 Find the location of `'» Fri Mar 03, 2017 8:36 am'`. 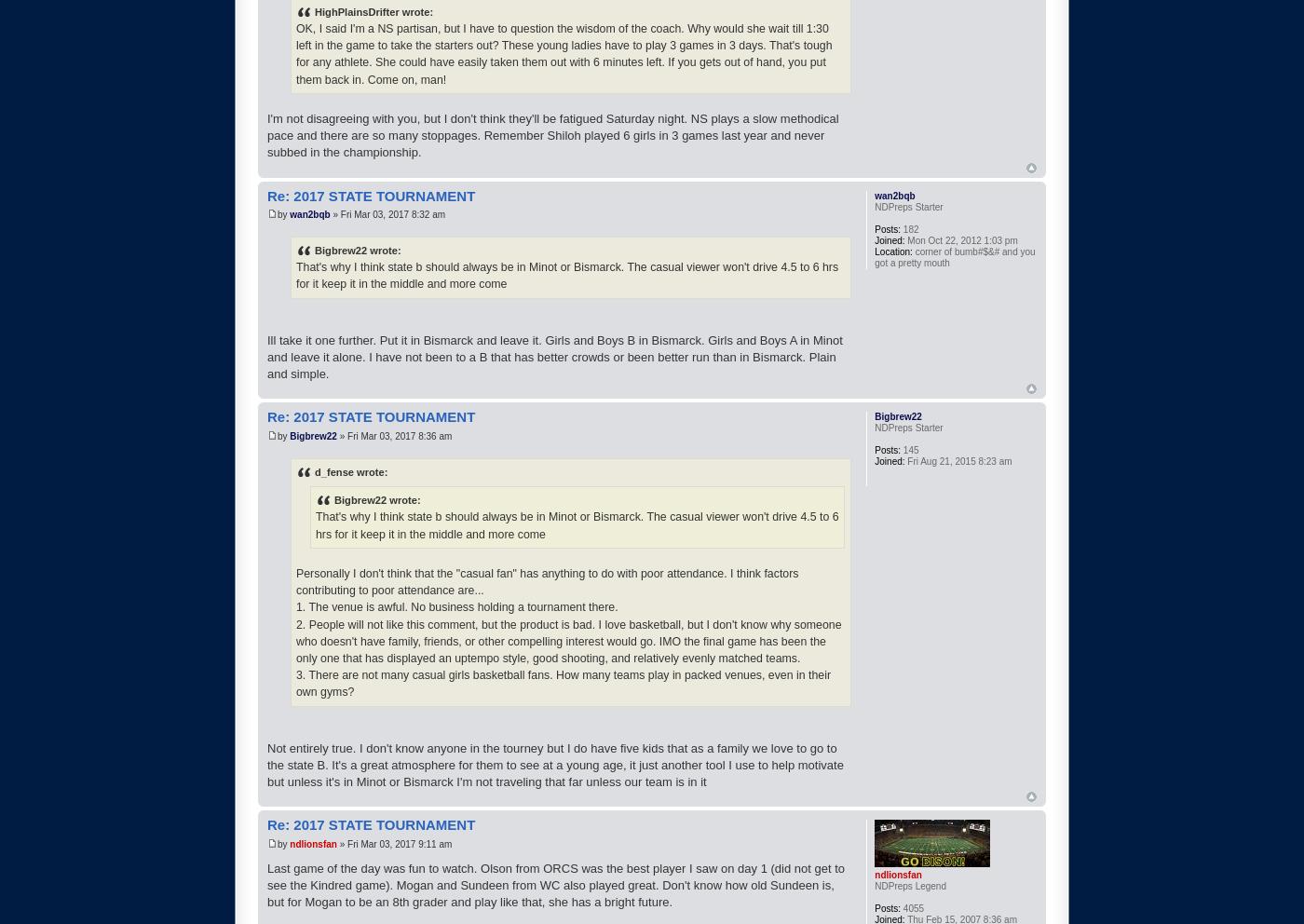

'» Fri Mar 03, 2017 8:36 am' is located at coordinates (393, 435).